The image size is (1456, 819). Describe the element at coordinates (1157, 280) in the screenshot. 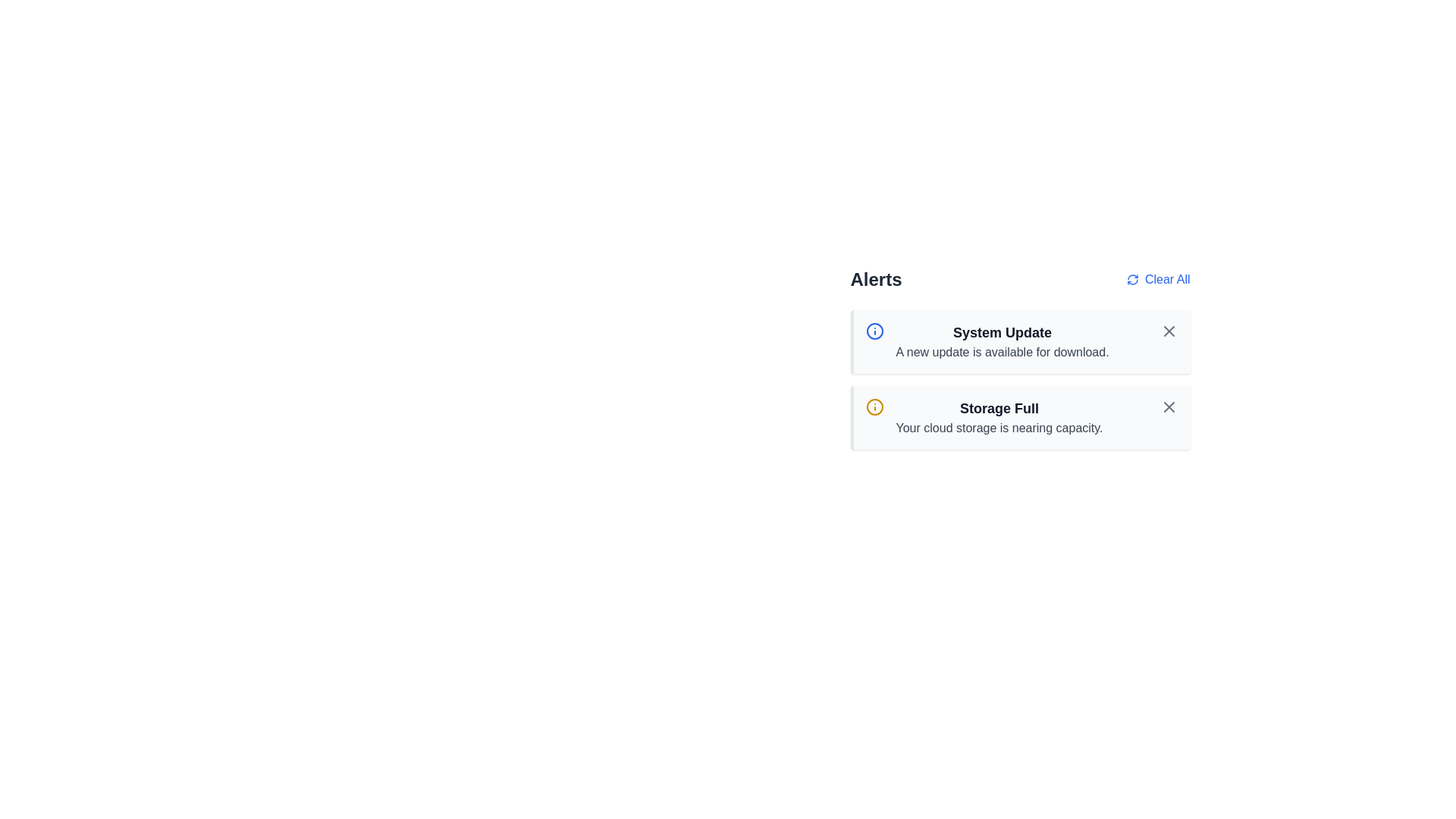

I see `the 'Clear All' button to clear all alerts` at that location.